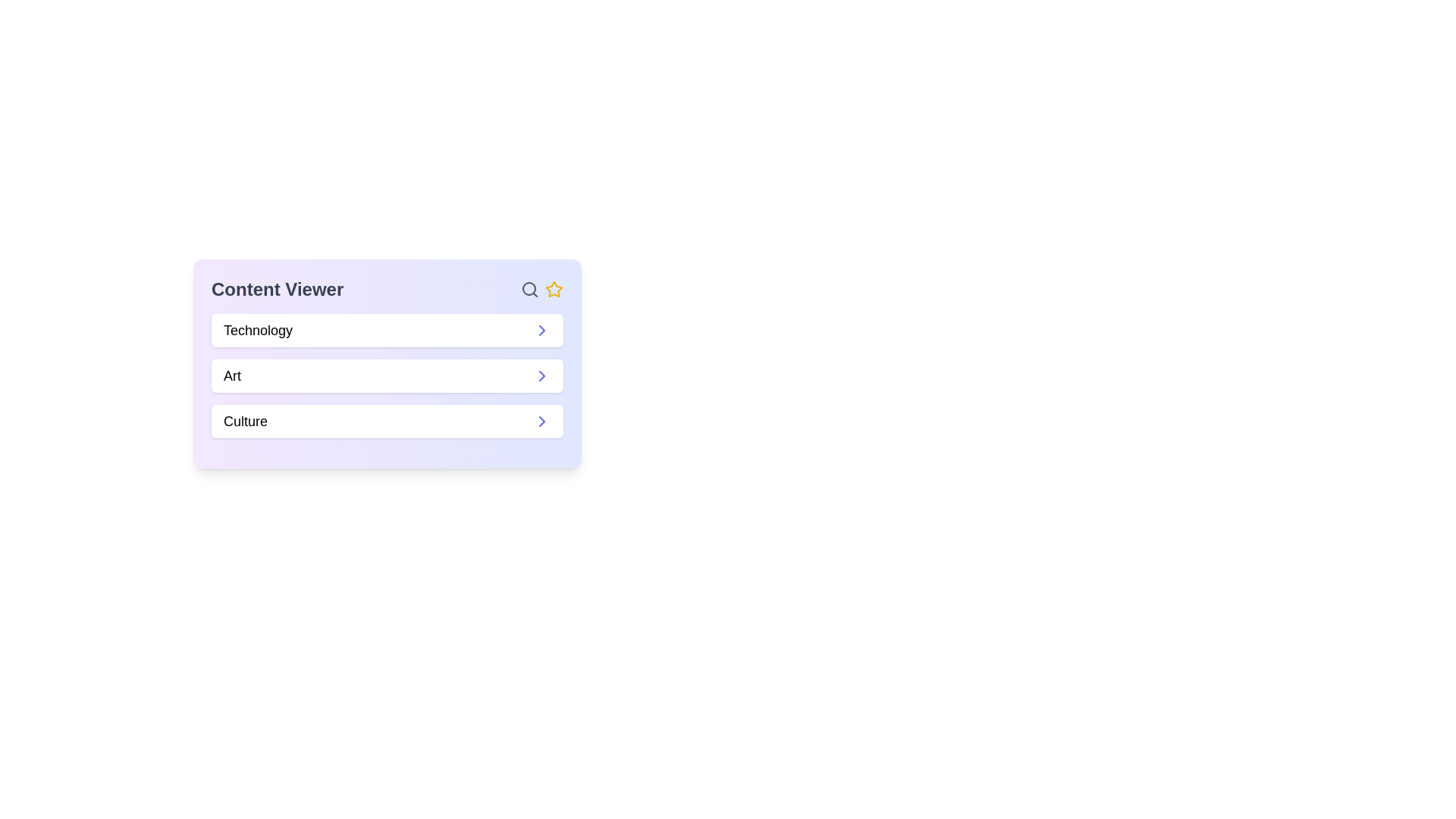 The image size is (1456, 819). What do you see at coordinates (553, 289) in the screenshot?
I see `the star-shaped icon in the top-right corner of the content viewer panel, which is styled in yellow and indicates a rating feature` at bounding box center [553, 289].